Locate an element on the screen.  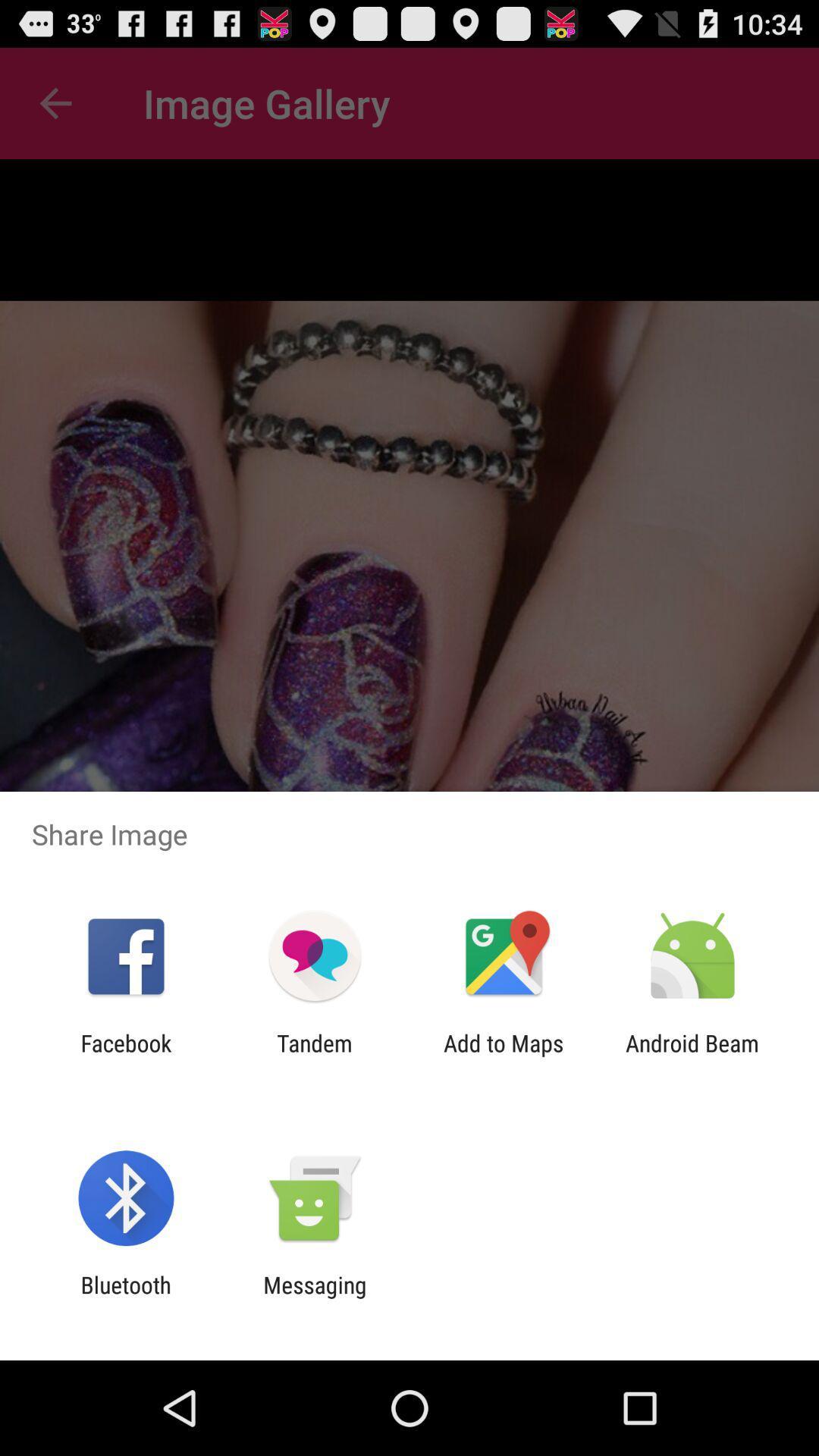
item to the right of the facebook app is located at coordinates (314, 1056).